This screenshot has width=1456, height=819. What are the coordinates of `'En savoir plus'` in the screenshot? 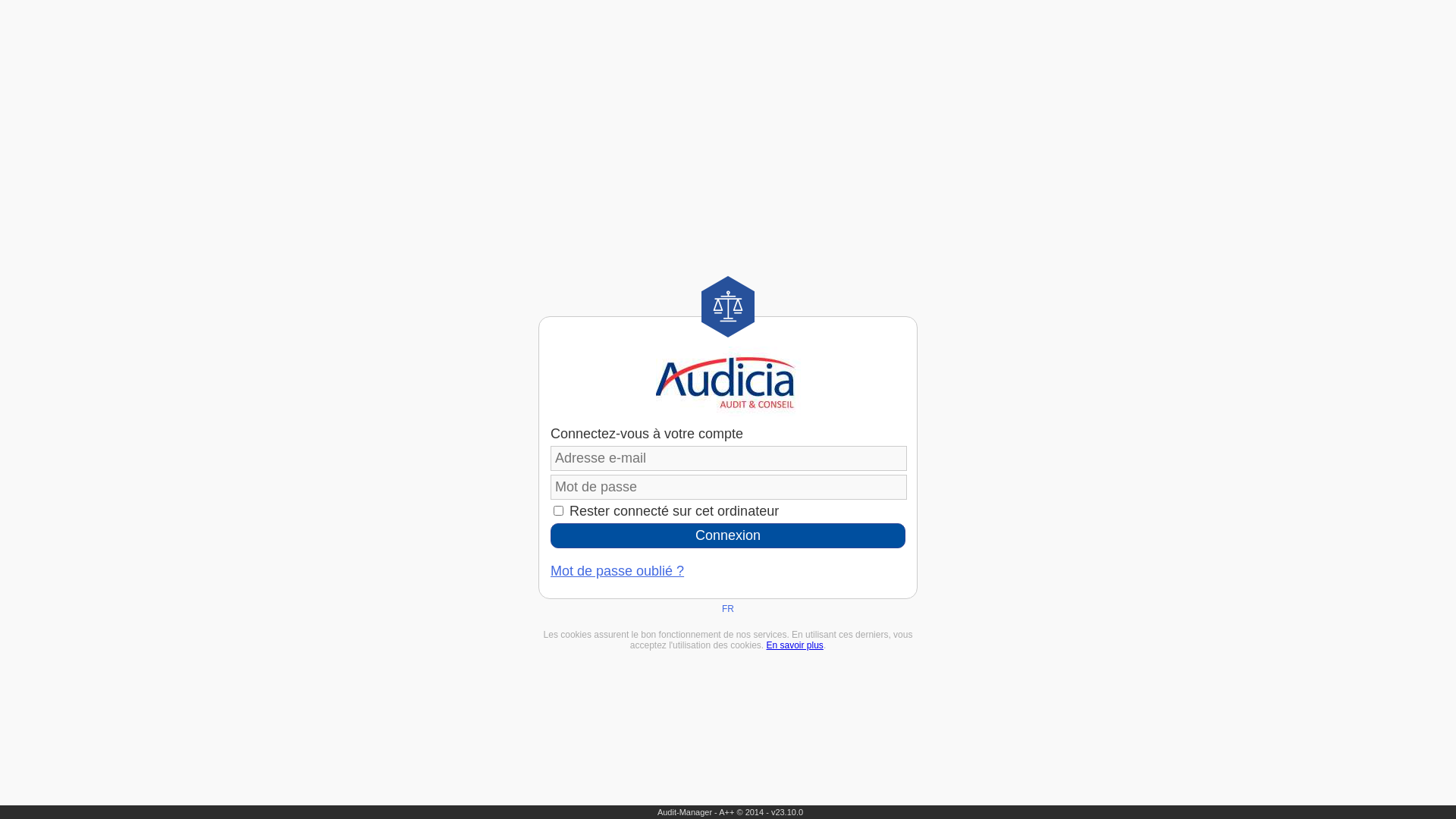 It's located at (793, 645).